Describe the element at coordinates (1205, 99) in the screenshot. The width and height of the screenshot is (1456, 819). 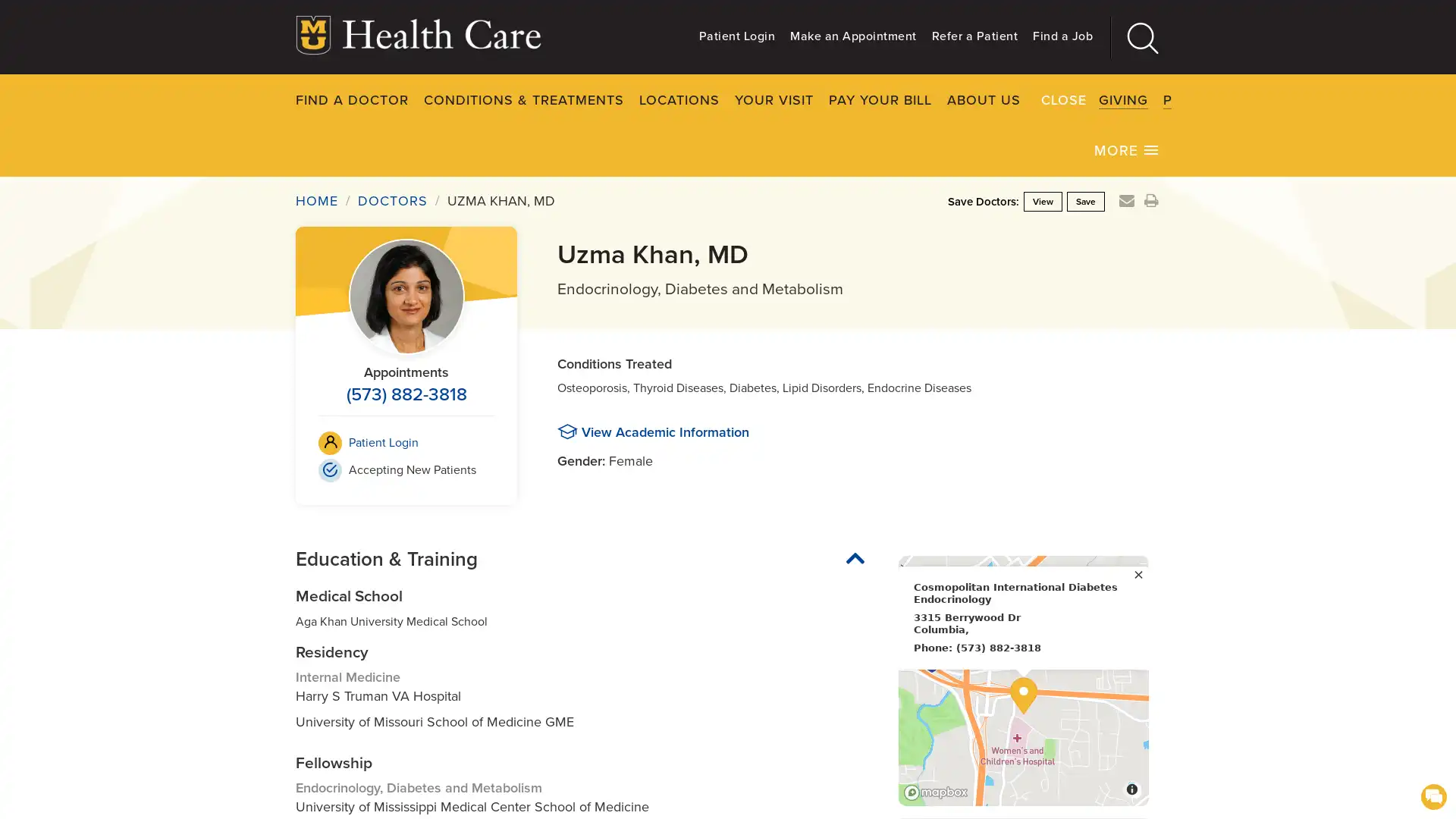
I see `CLOSE` at that location.